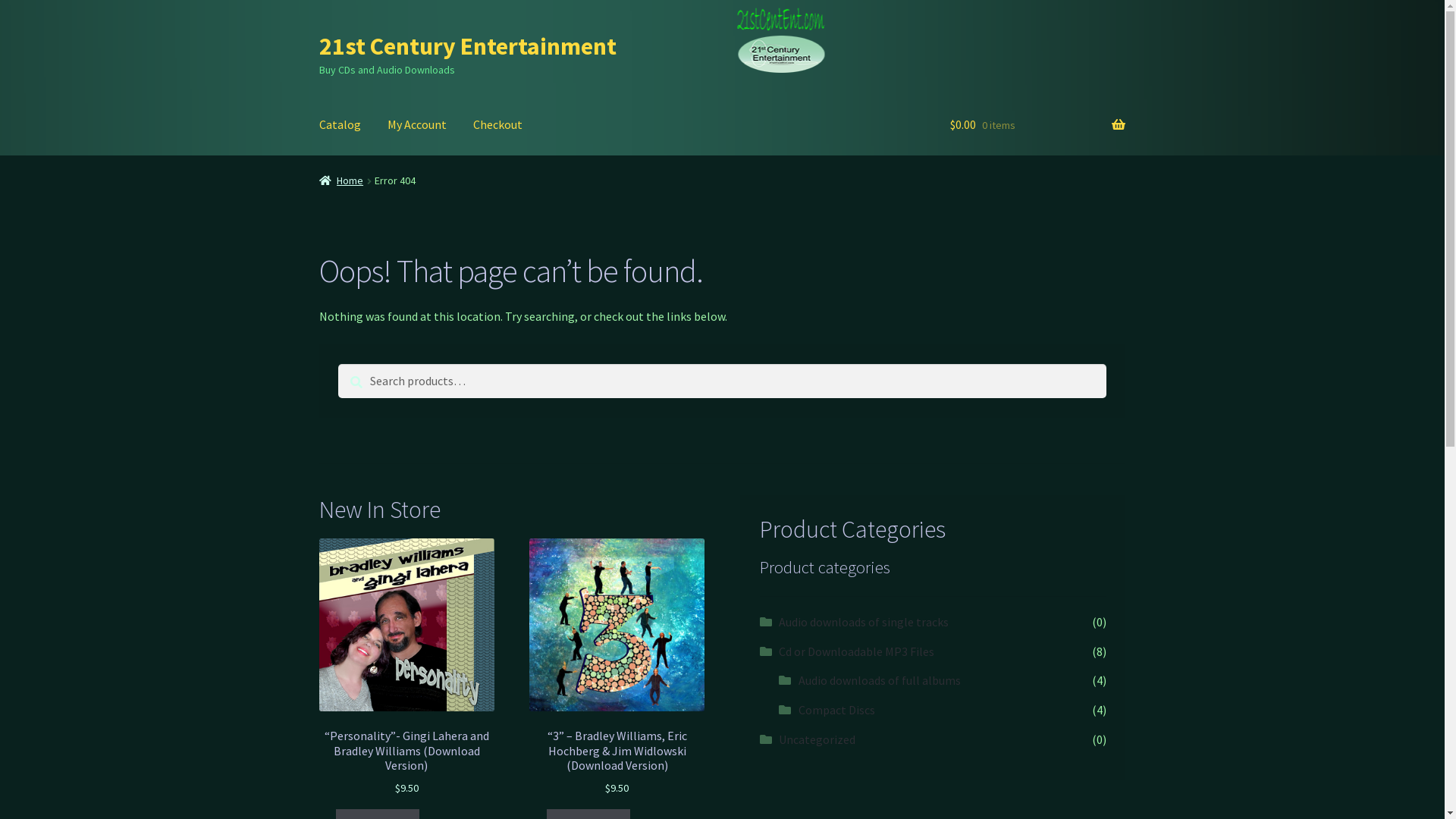  What do you see at coordinates (880, 679) in the screenshot?
I see `'Audio downloads of full albums'` at bounding box center [880, 679].